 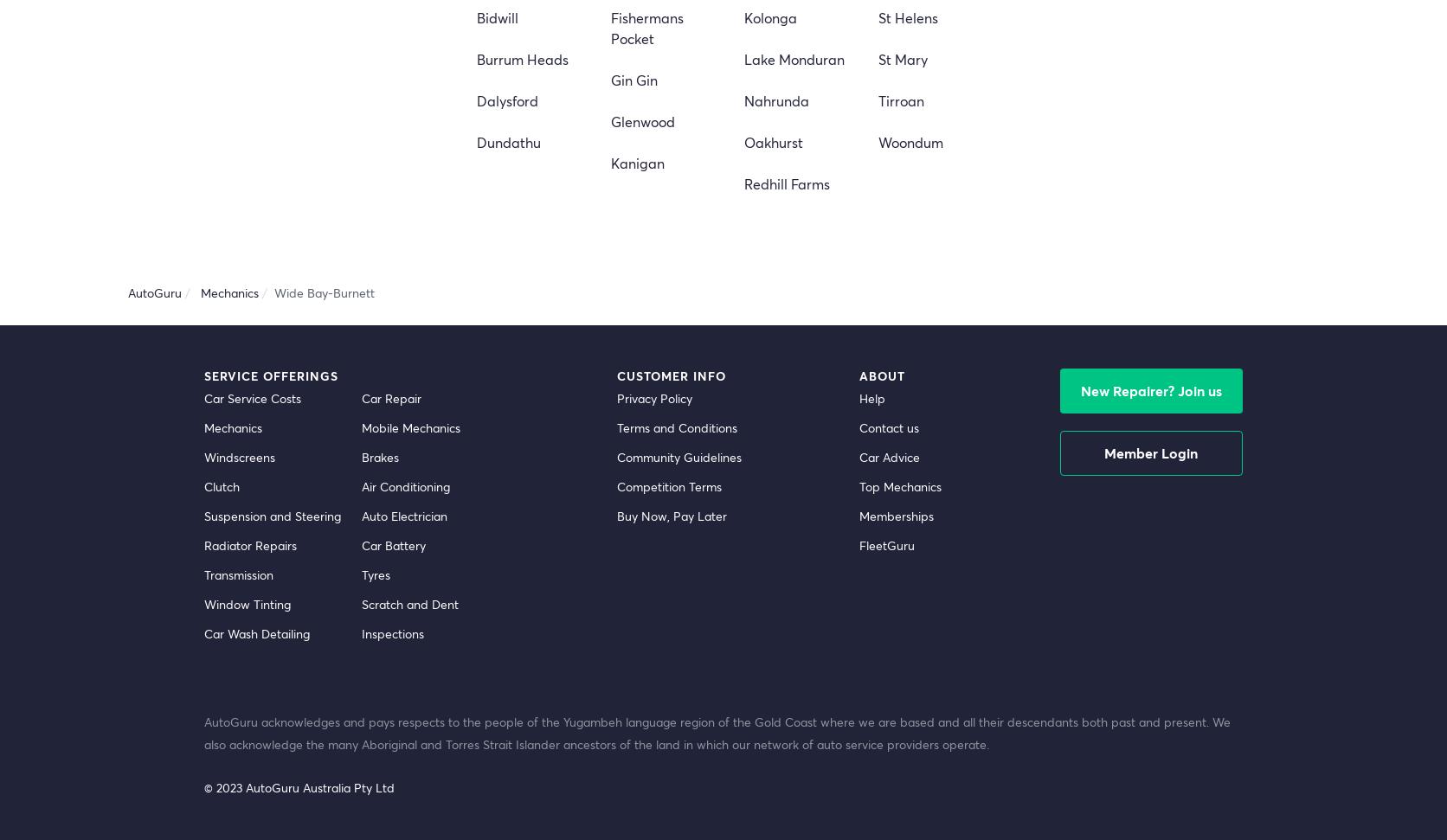 What do you see at coordinates (256, 632) in the screenshot?
I see `'Car Wash Detailing'` at bounding box center [256, 632].